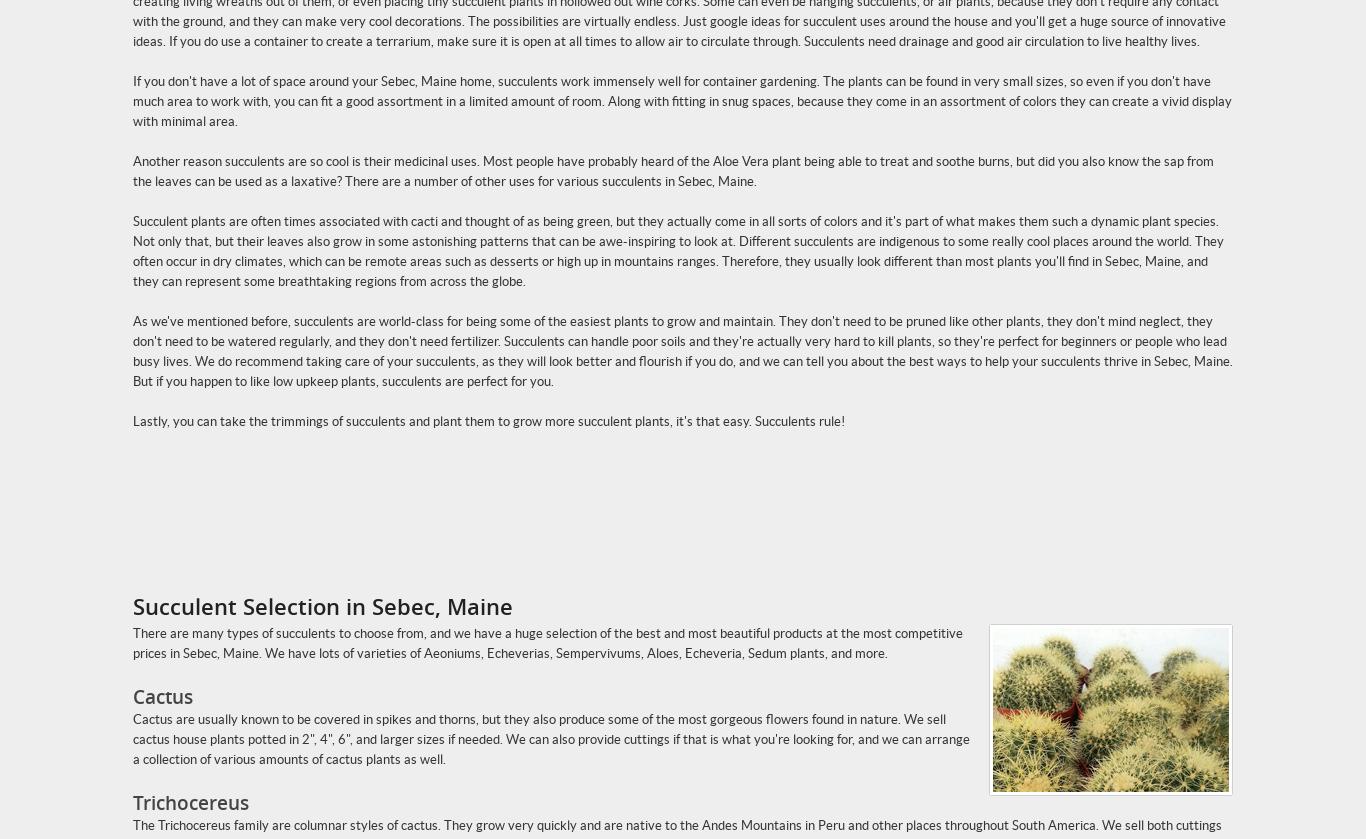  I want to click on 'Succulent Selection in Sebec, Maine', so click(323, 606).